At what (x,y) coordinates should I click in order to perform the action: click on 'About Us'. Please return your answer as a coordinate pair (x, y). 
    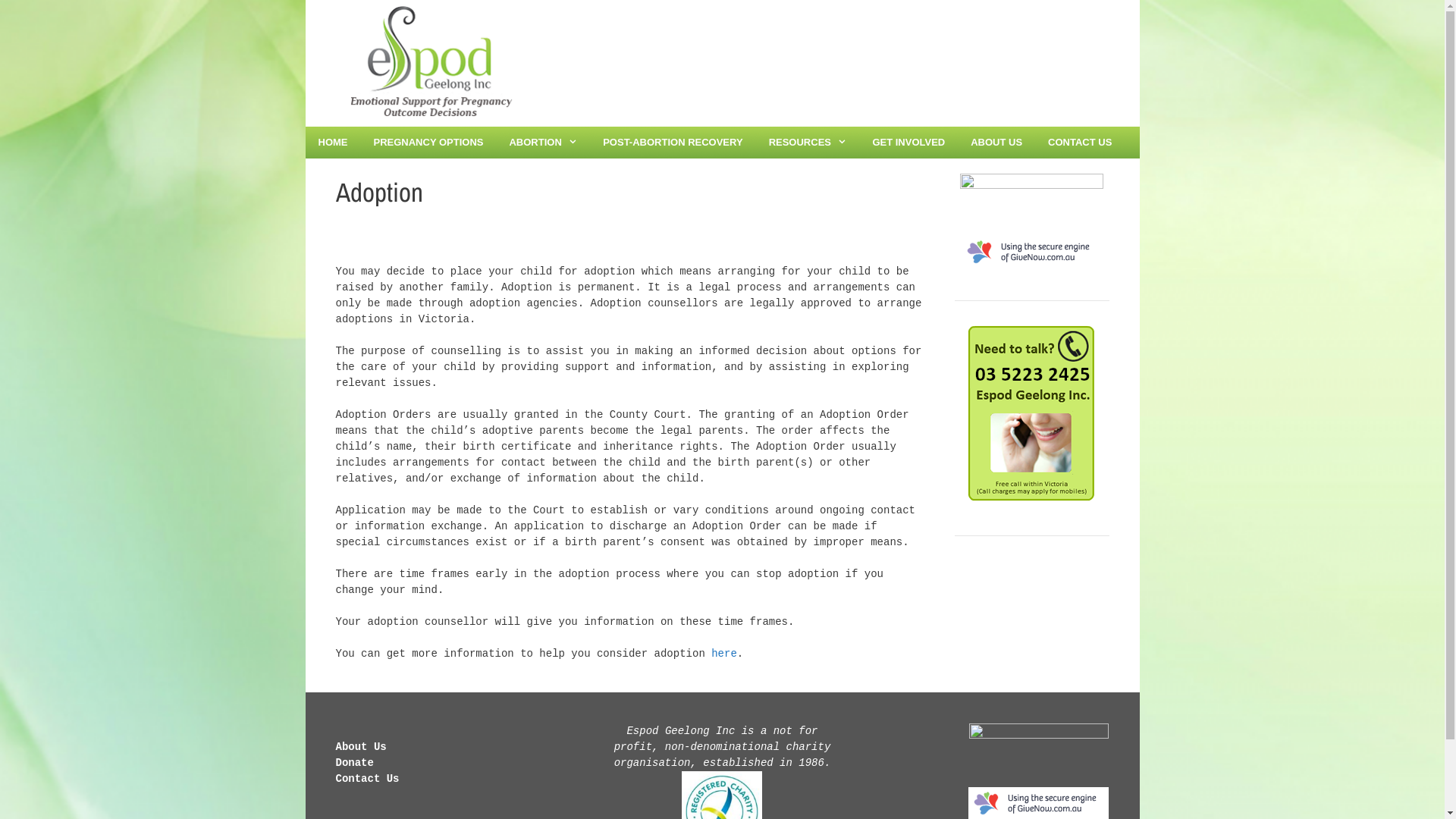
    Looking at the image, I should click on (359, 745).